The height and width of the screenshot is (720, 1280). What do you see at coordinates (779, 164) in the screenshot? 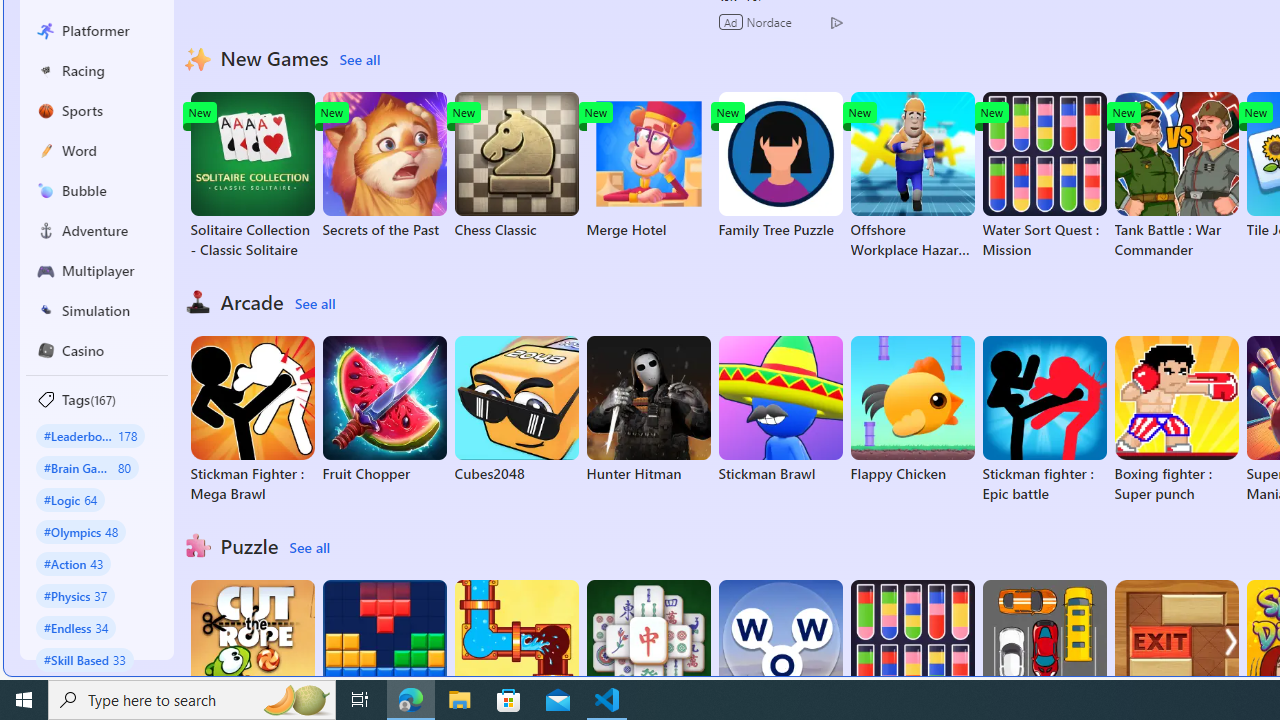
I see `'Family Tree Puzzle'` at bounding box center [779, 164].